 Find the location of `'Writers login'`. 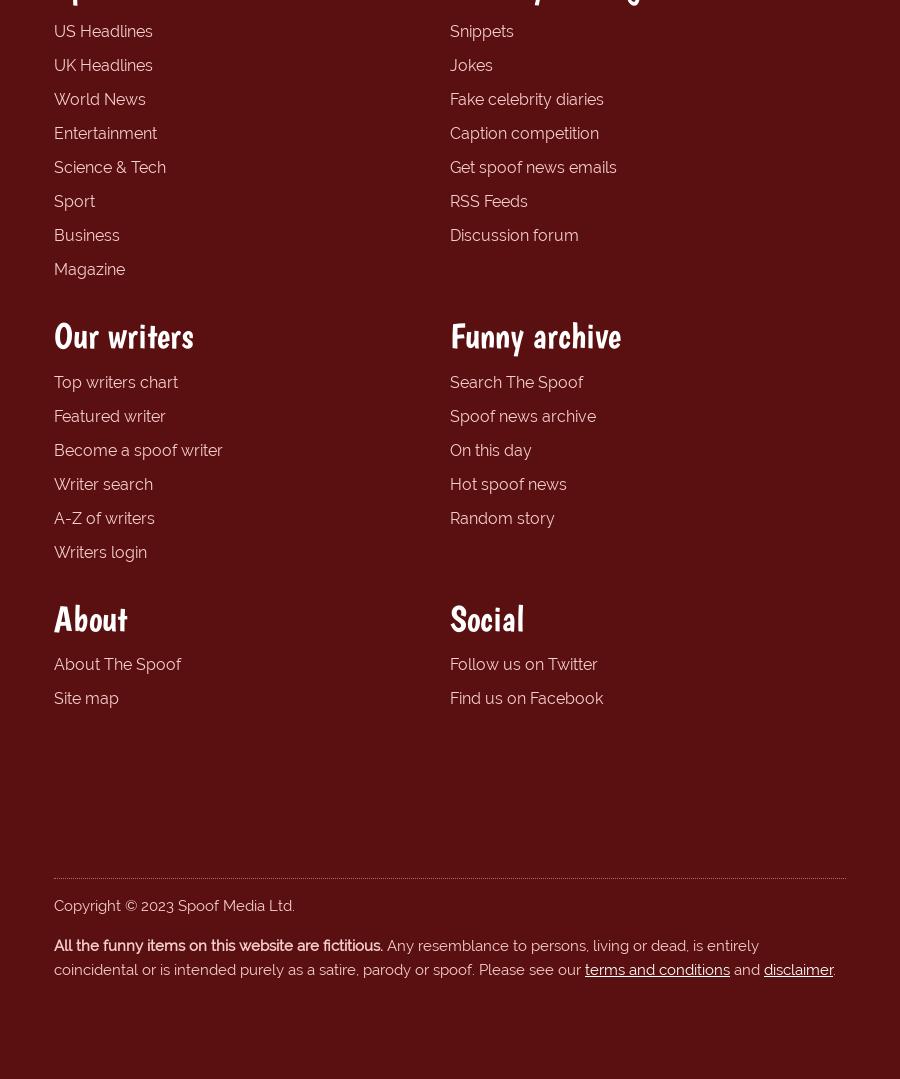

'Writers login' is located at coordinates (53, 550).